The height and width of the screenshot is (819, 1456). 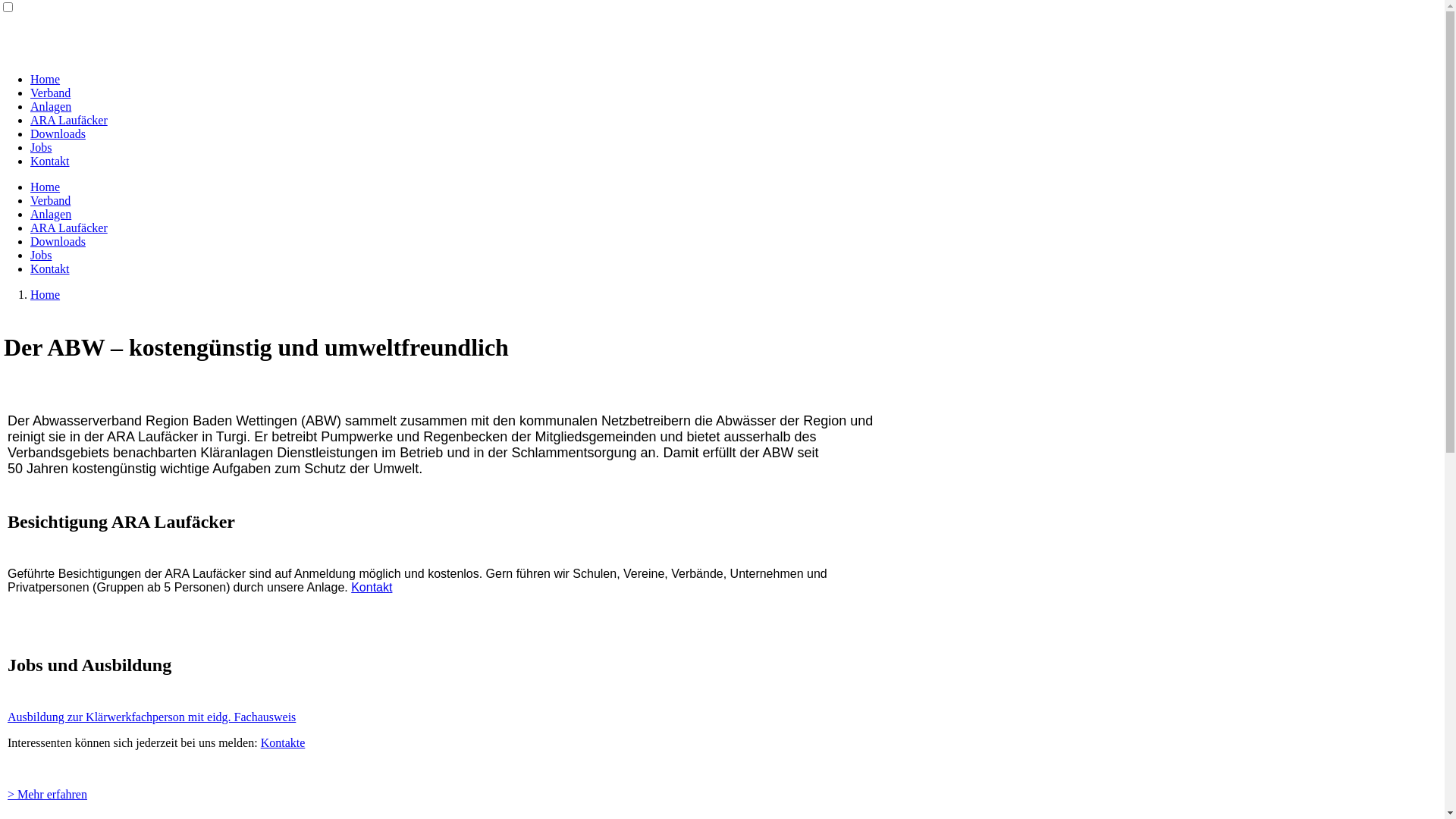 I want to click on 'Home', so click(x=45, y=79).